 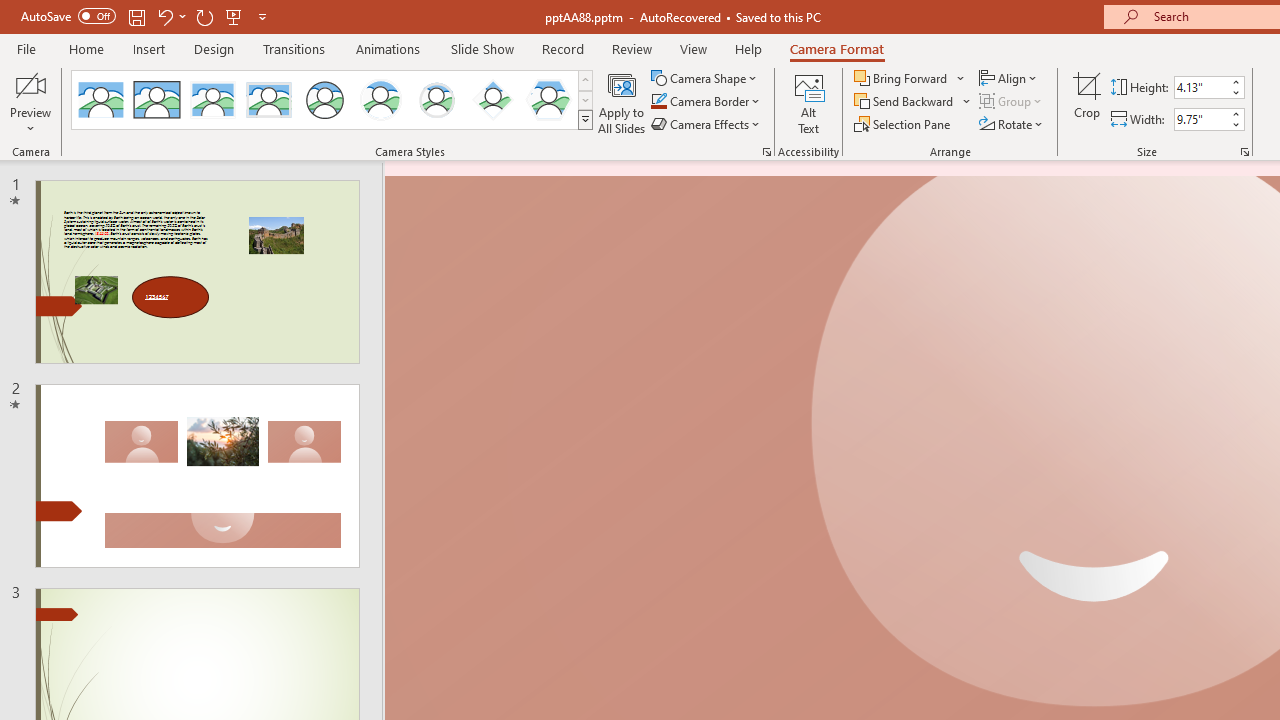 What do you see at coordinates (837, 48) in the screenshot?
I see `'Camera Format'` at bounding box center [837, 48].